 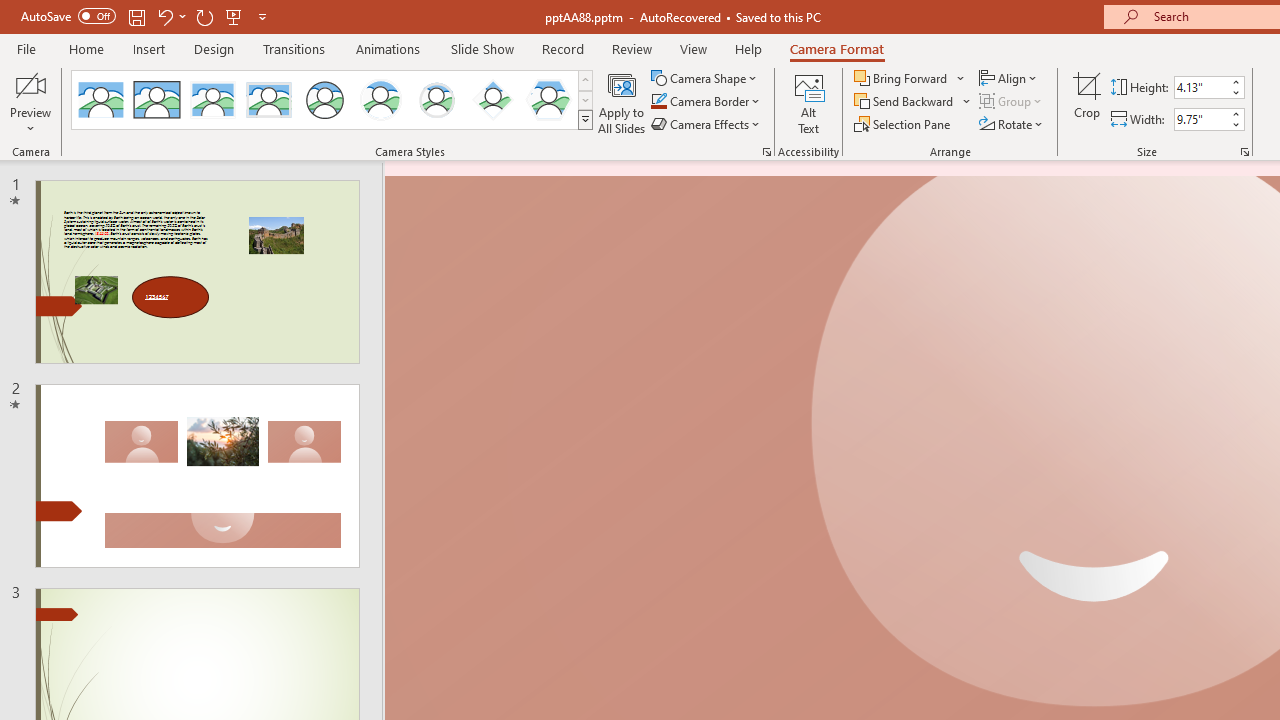 What do you see at coordinates (837, 48) in the screenshot?
I see `'Camera Format'` at bounding box center [837, 48].